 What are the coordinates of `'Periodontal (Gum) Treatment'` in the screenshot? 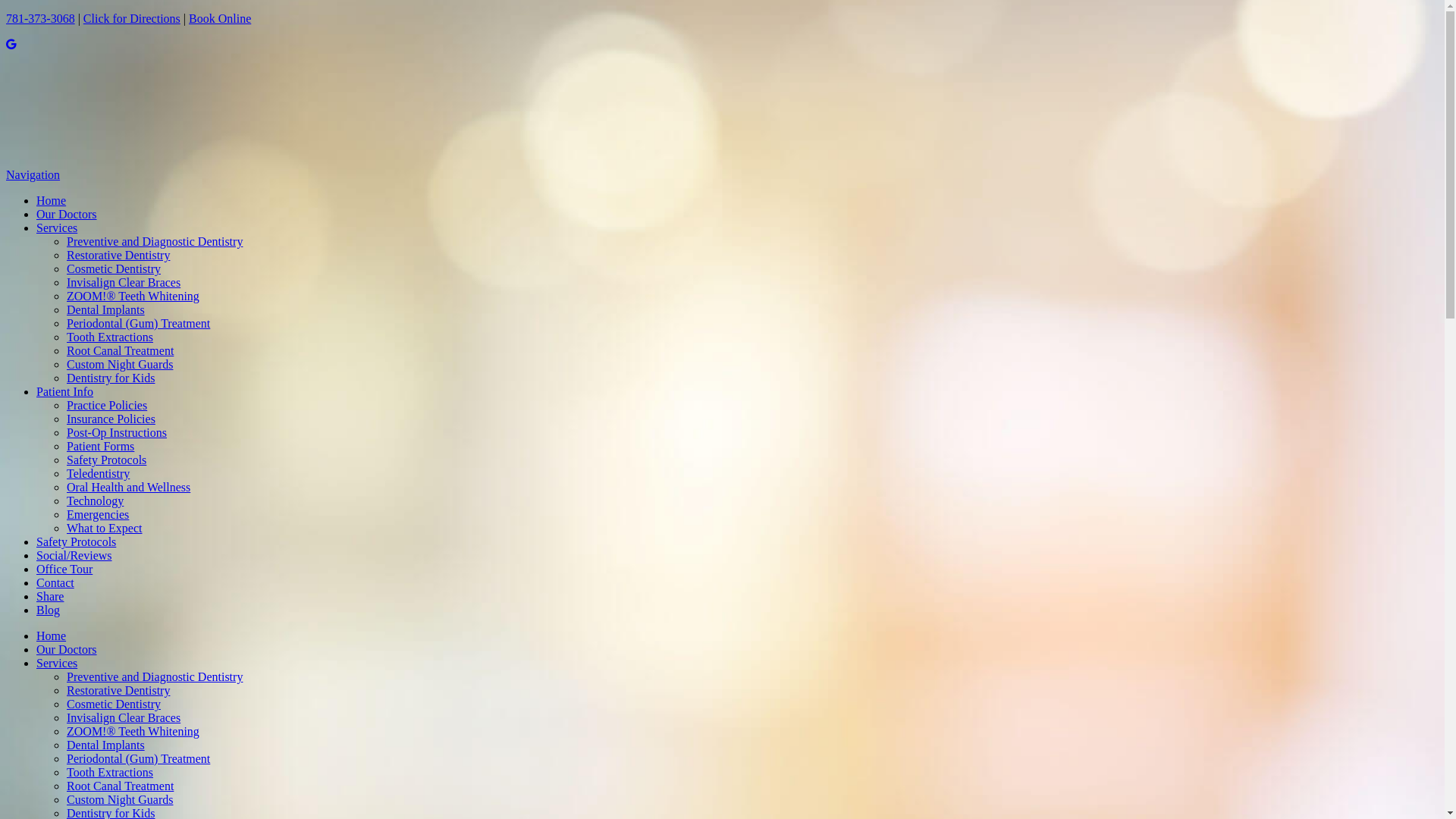 It's located at (138, 322).